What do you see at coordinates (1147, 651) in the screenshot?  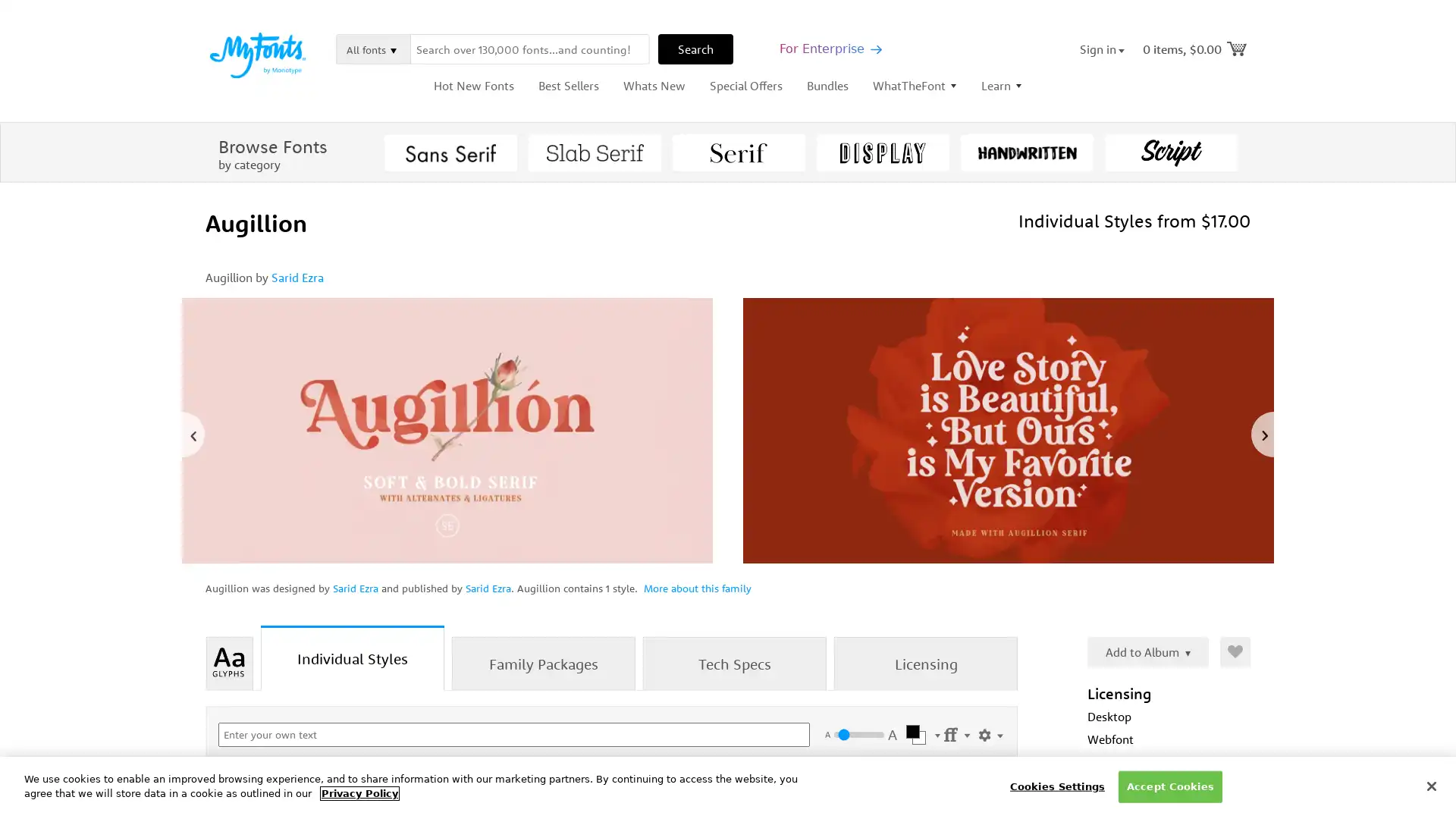 I see `Add to Album` at bounding box center [1147, 651].